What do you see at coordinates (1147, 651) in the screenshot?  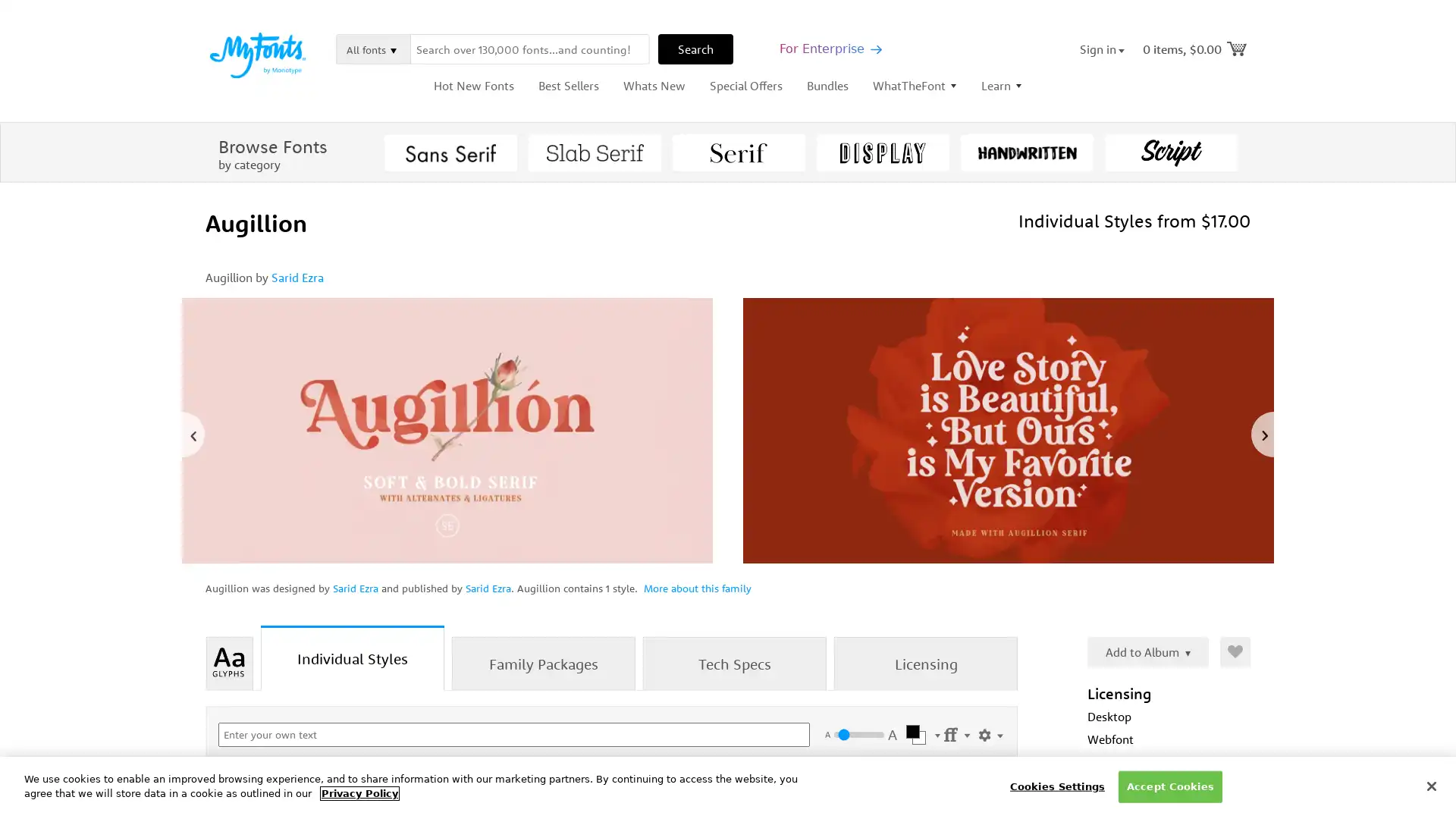 I see `Add to Album` at bounding box center [1147, 651].